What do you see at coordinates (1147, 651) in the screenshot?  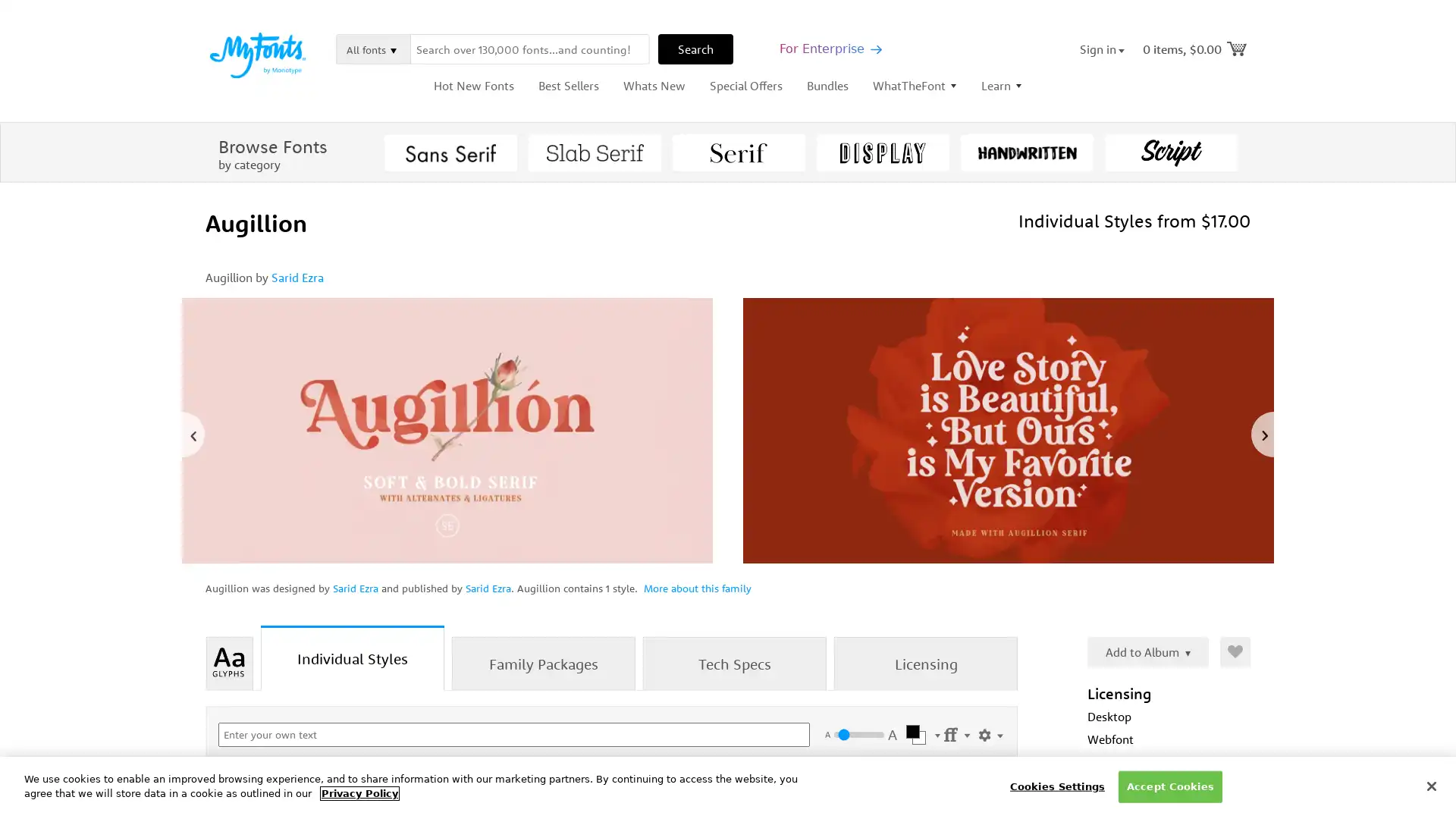 I see `Add to Album` at bounding box center [1147, 651].